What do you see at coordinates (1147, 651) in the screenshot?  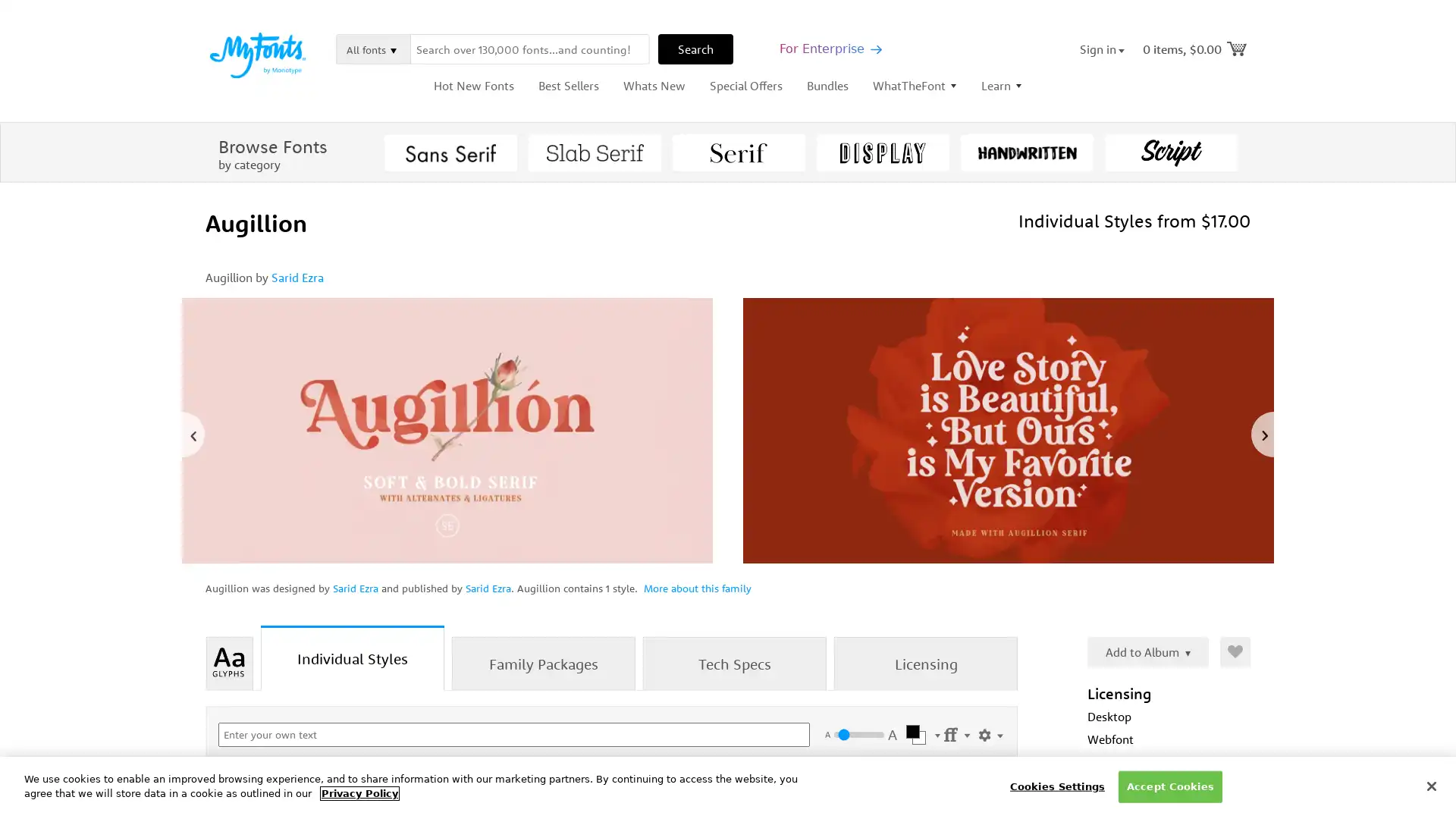 I see `Add to Album` at bounding box center [1147, 651].